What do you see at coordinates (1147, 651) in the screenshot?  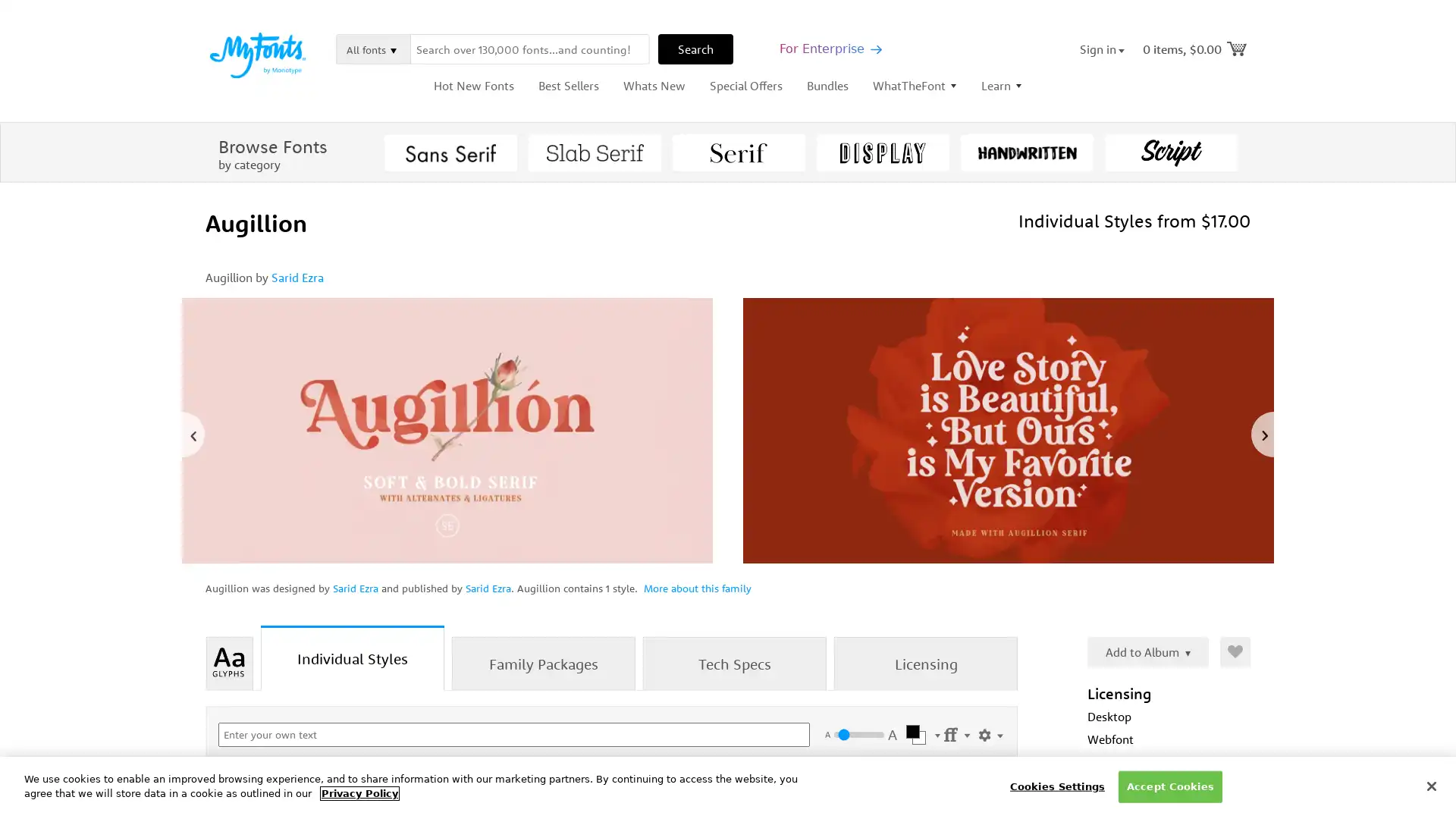 I see `Add to Album` at bounding box center [1147, 651].